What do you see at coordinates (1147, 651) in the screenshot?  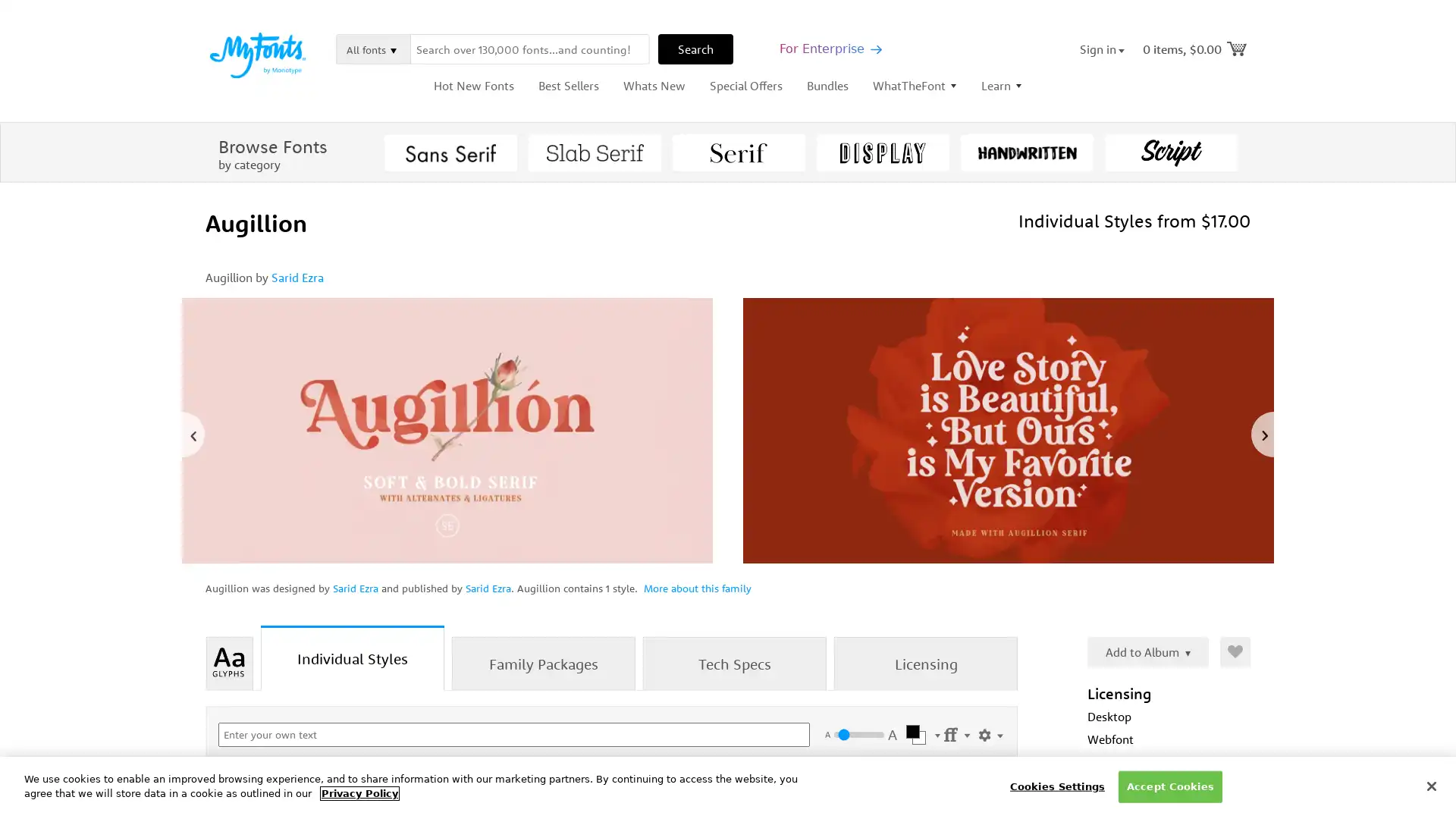 I see `Add to Album` at bounding box center [1147, 651].